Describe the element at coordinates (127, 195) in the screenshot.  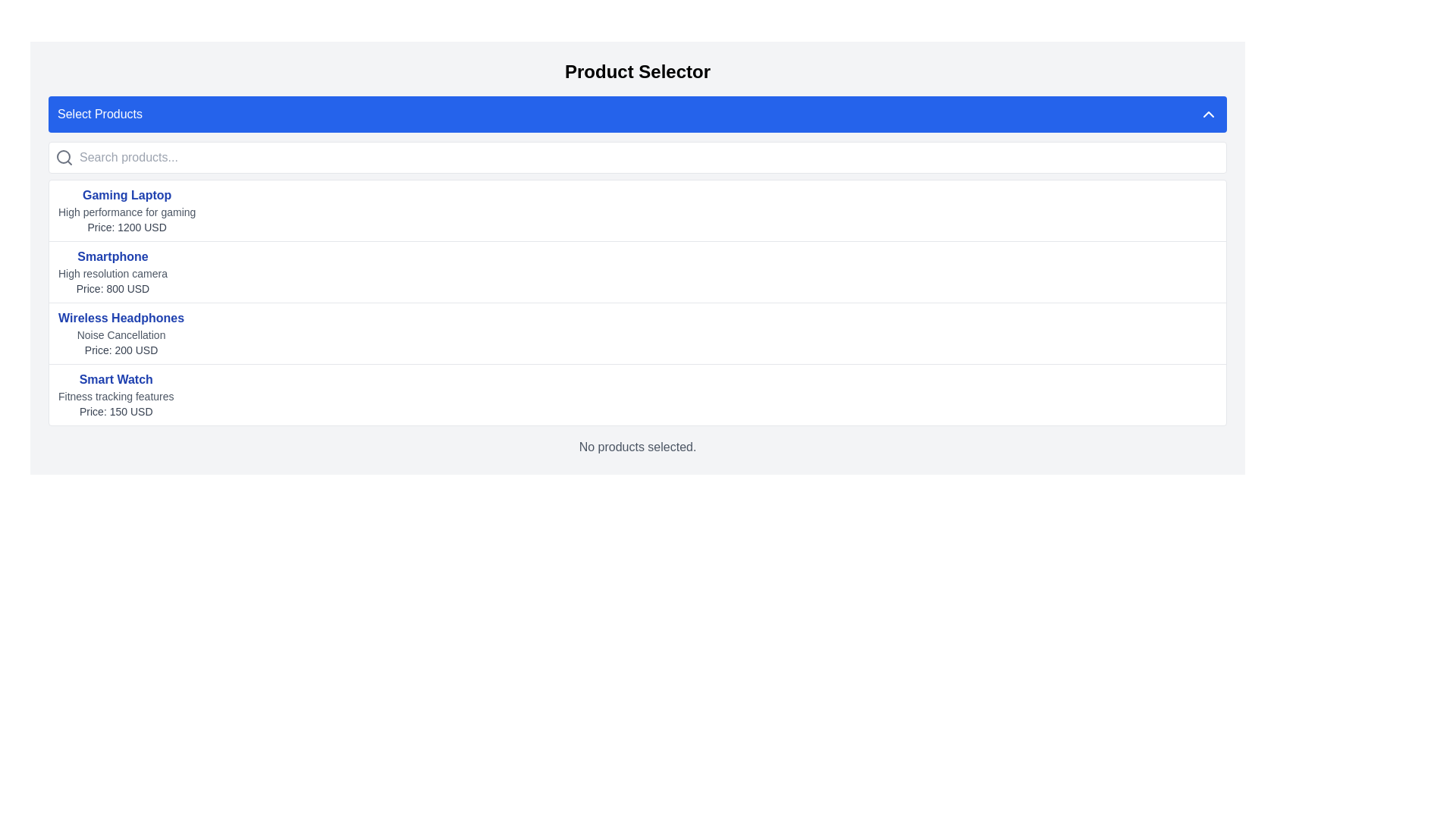
I see `text content of the bold and blue 'Gaming Laptop' label located at the top of the product selection panel` at that location.